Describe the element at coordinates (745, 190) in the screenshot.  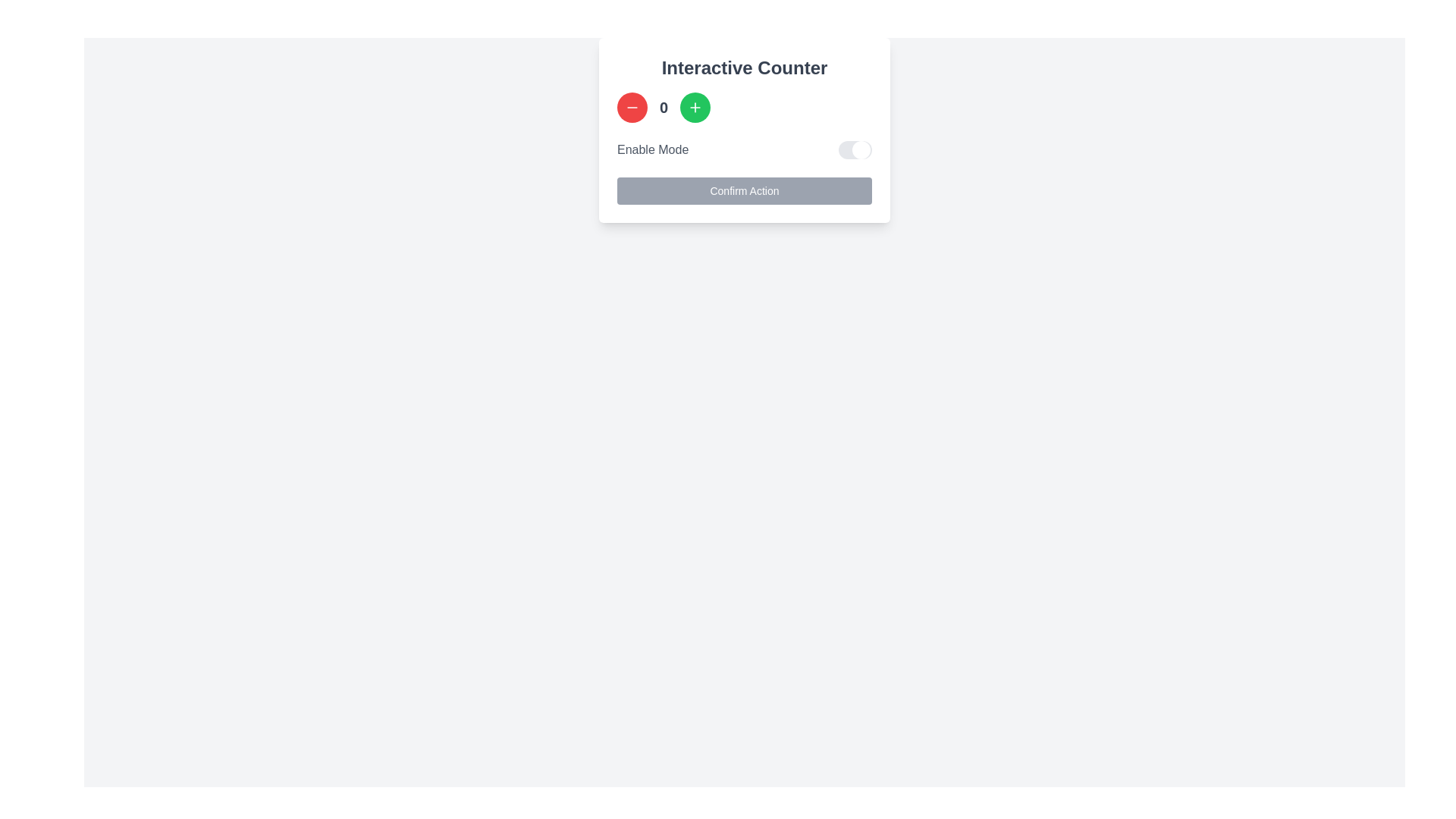
I see `the 'Confirm Action' button, which is a gray button with rounded corners and white text` at that location.